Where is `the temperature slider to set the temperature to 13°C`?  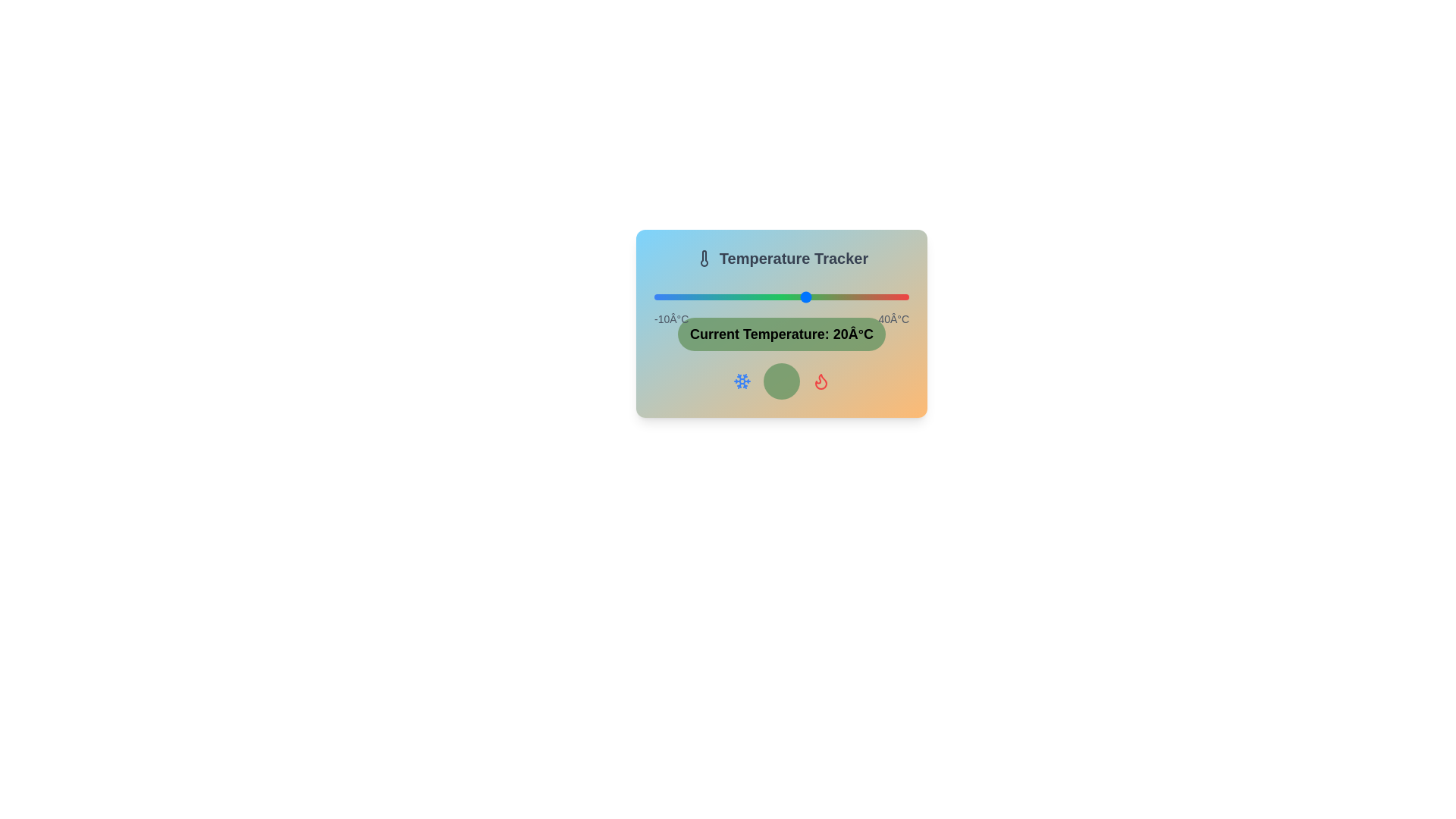
the temperature slider to set the temperature to 13°C is located at coordinates (771, 297).